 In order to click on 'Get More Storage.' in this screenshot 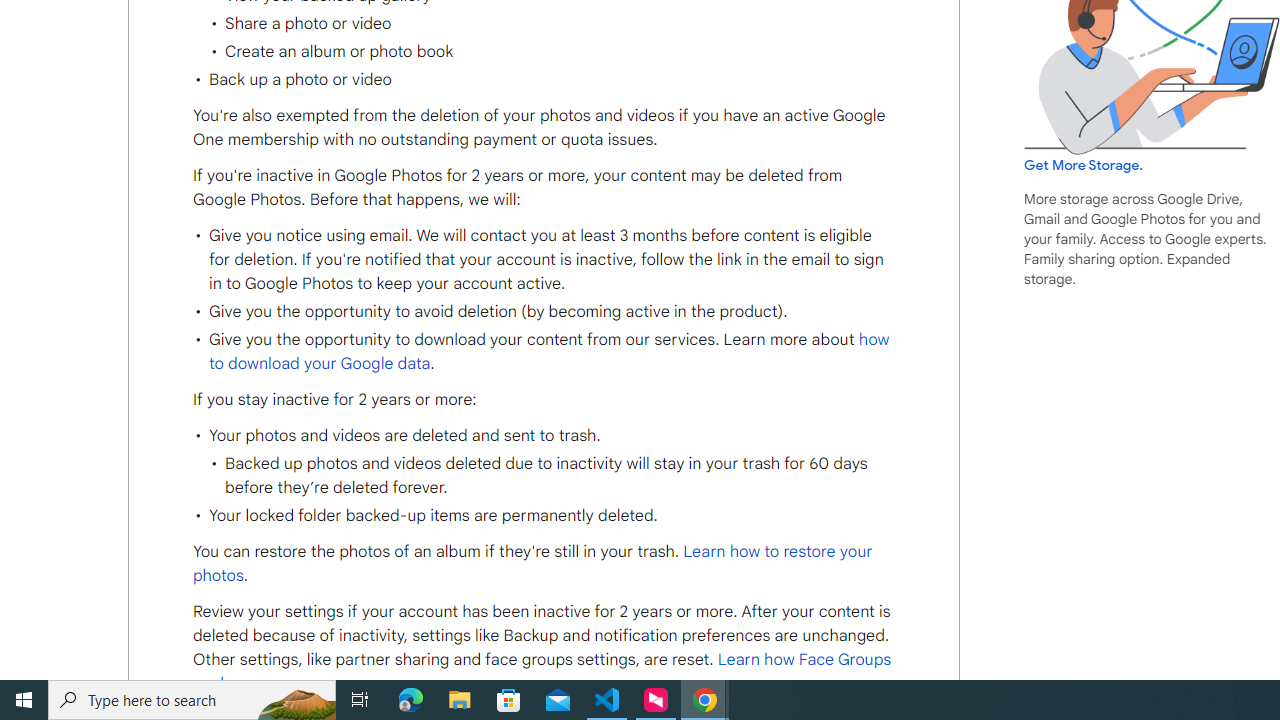, I will do `click(1082, 164)`.